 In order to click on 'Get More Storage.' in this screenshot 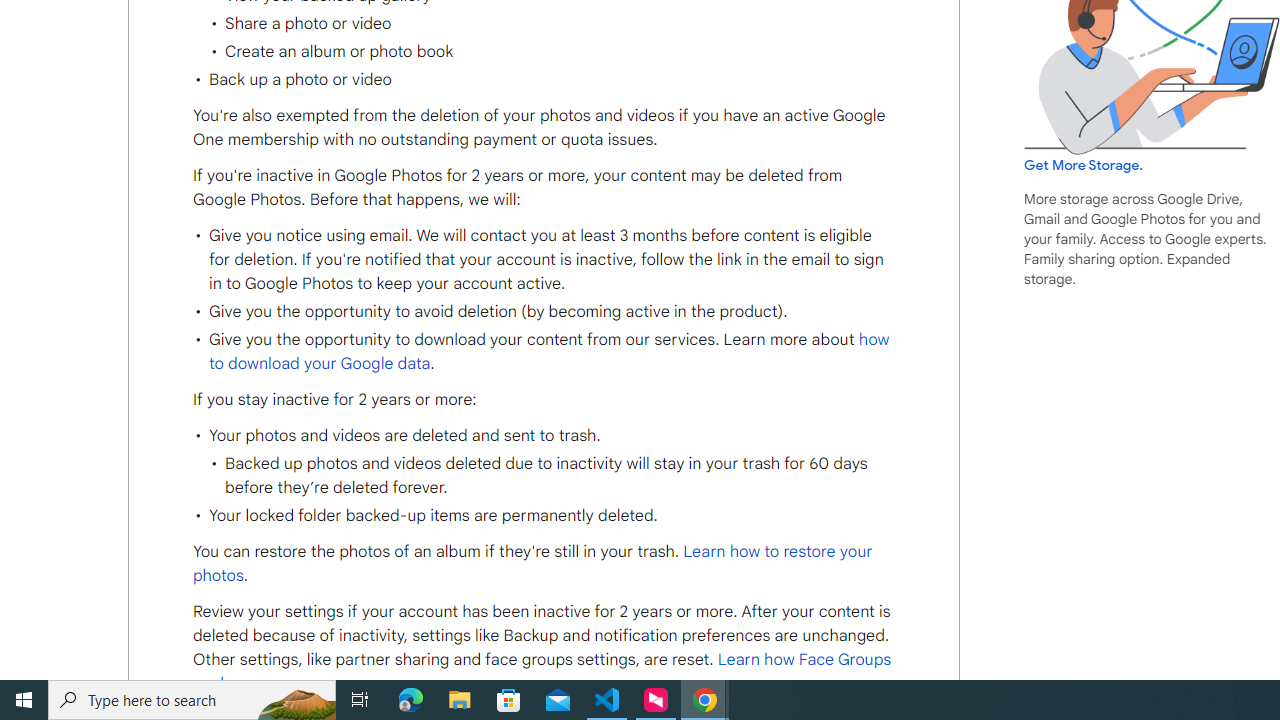, I will do `click(1082, 164)`.